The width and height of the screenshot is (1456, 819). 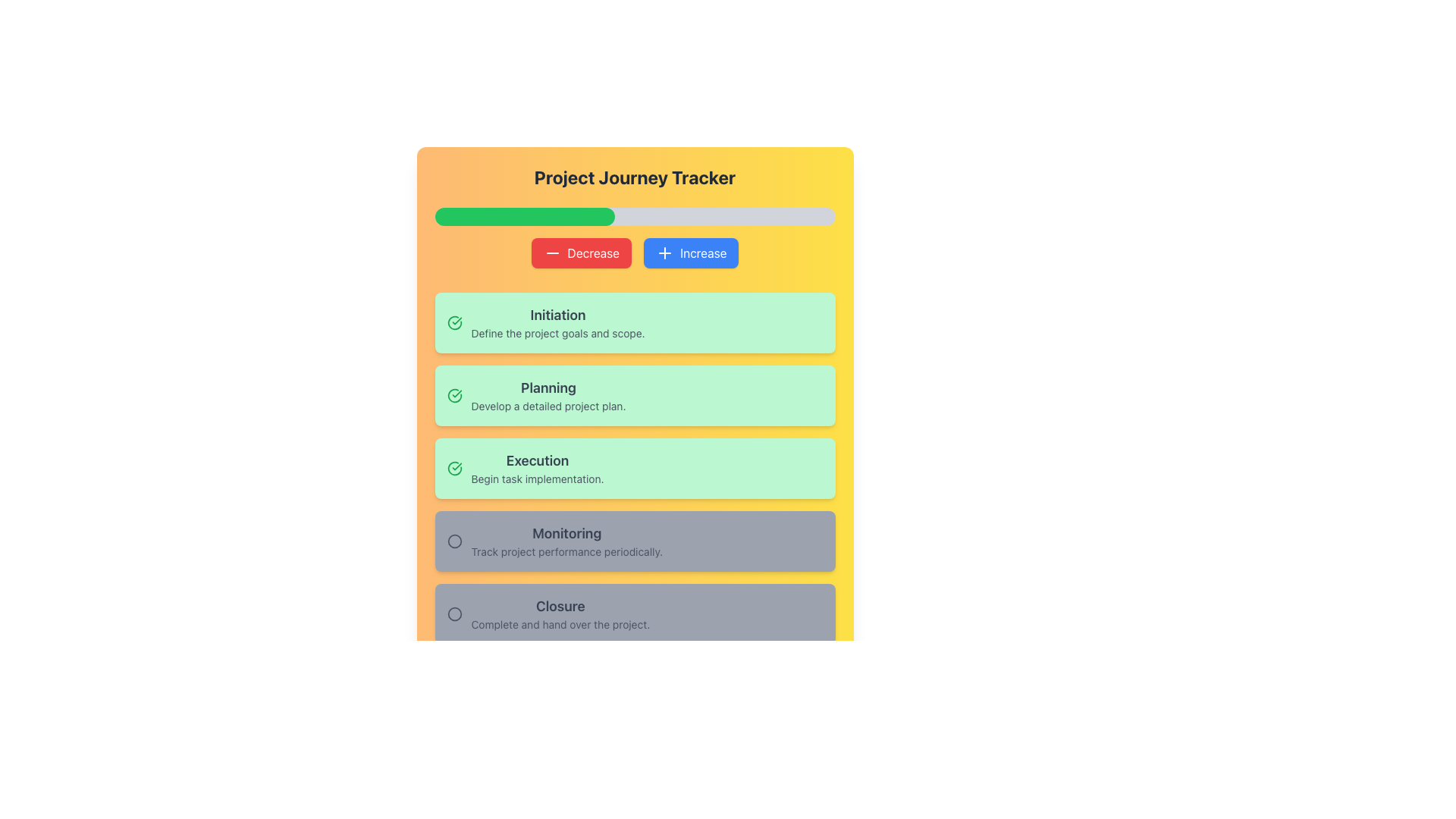 What do you see at coordinates (548, 394) in the screenshot?
I see `the text block labeled 'Planning' in the Project Journey Tracker section, which contains the description 'Develop a detailed project plan.'` at bounding box center [548, 394].